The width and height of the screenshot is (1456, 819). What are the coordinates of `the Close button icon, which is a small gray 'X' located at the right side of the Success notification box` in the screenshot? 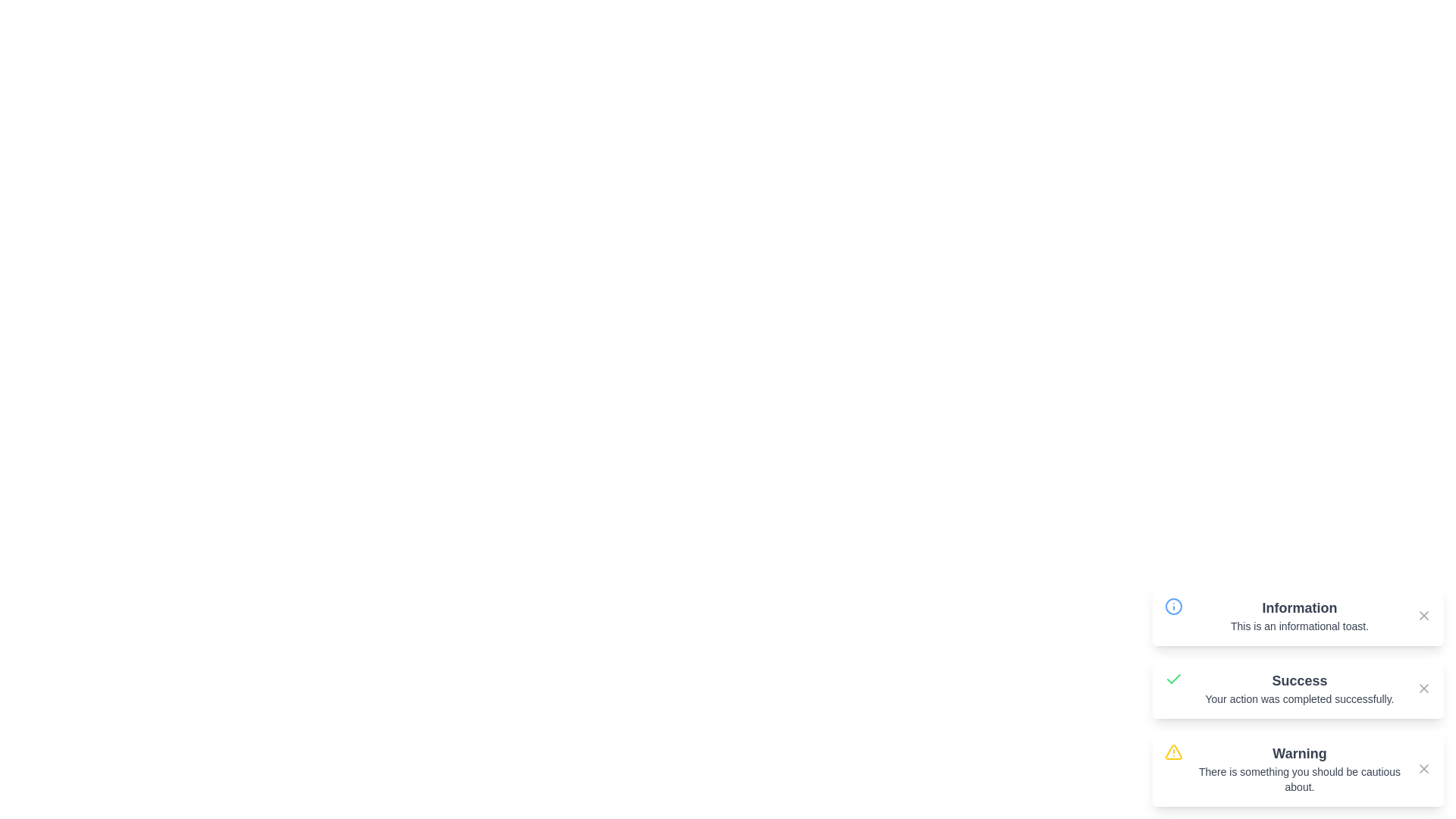 It's located at (1423, 688).